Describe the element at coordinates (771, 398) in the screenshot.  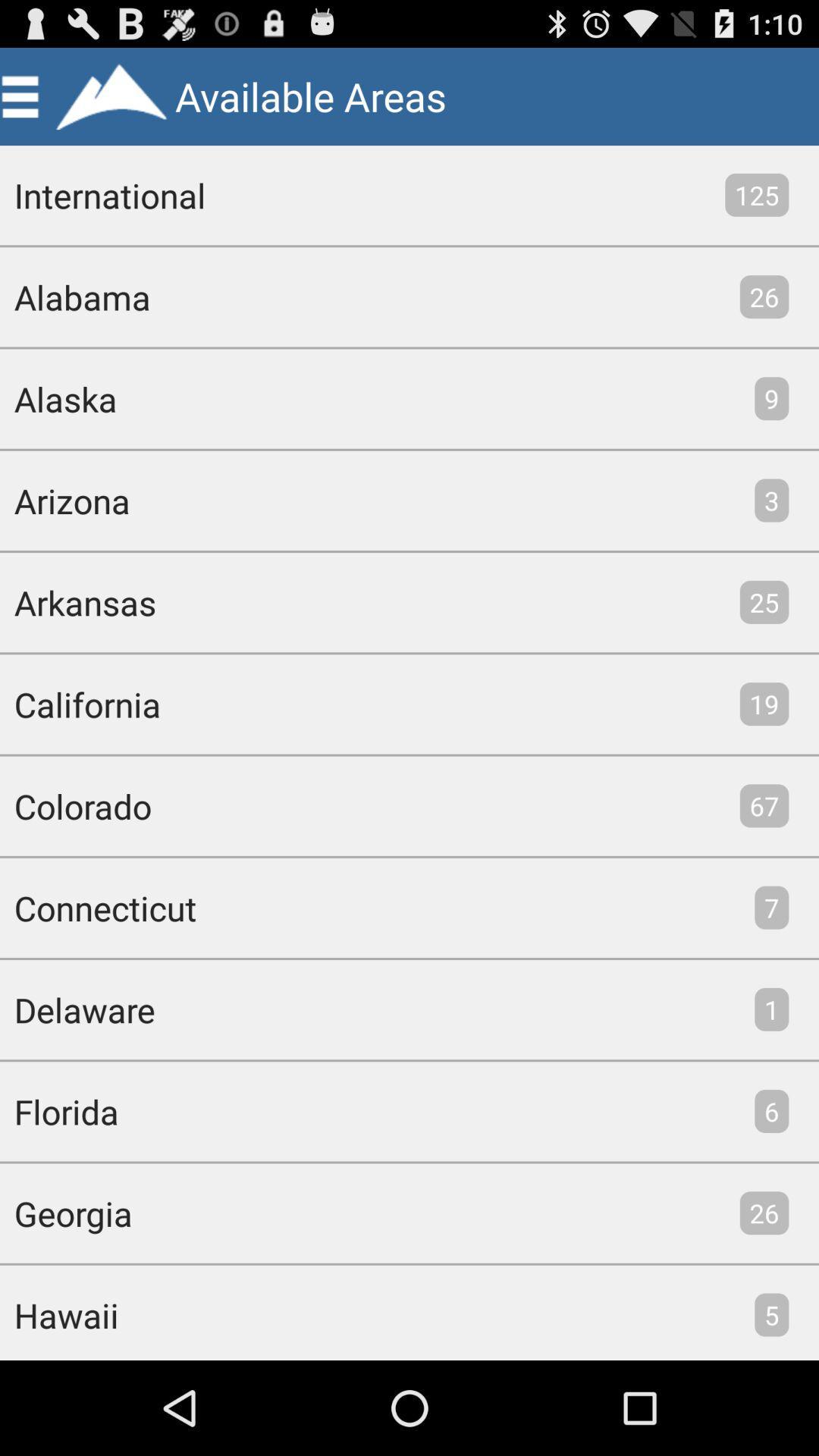
I see `9 icon` at that location.